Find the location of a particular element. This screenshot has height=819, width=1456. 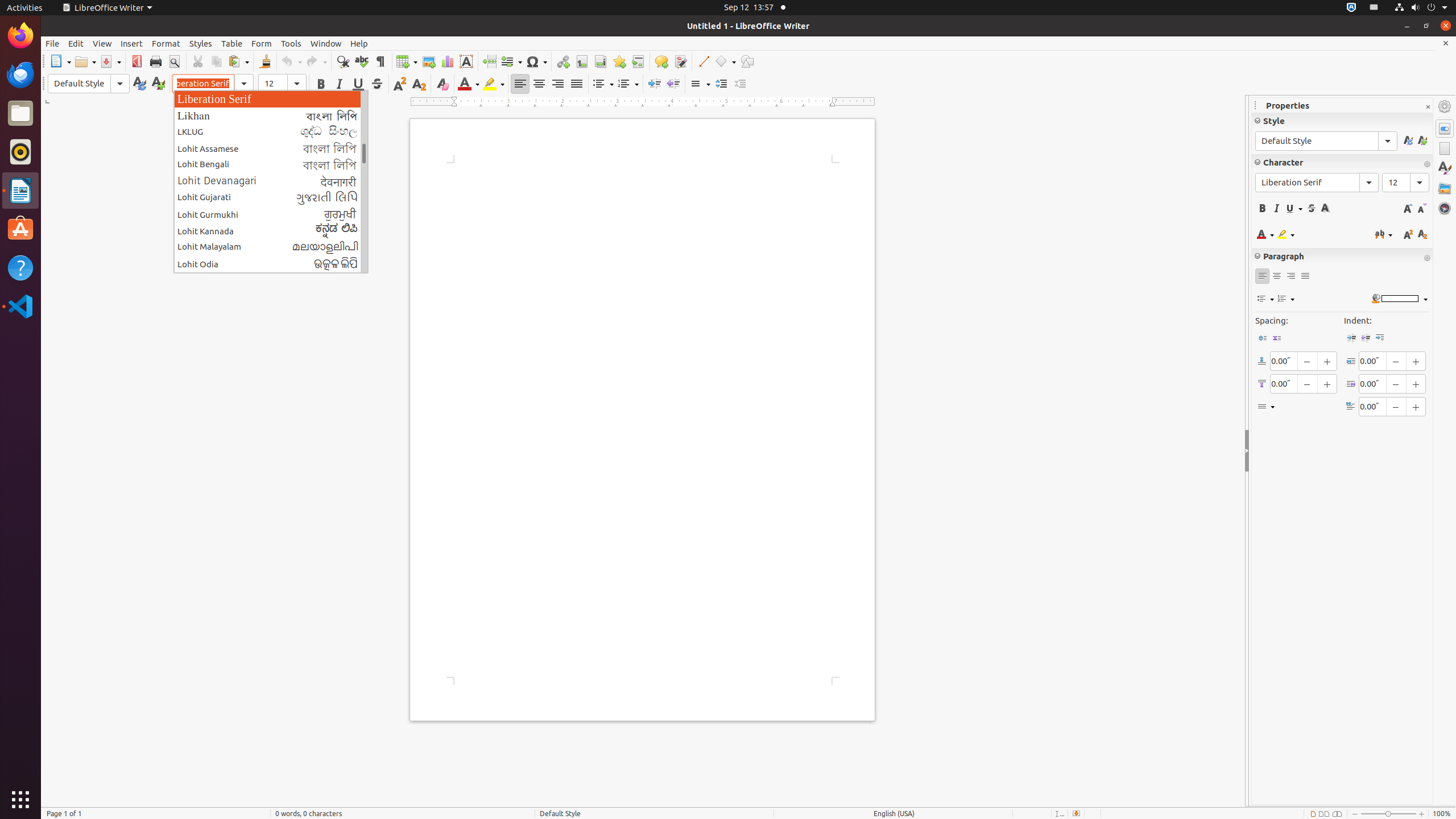

'Find & Replace' is located at coordinates (342, 61).